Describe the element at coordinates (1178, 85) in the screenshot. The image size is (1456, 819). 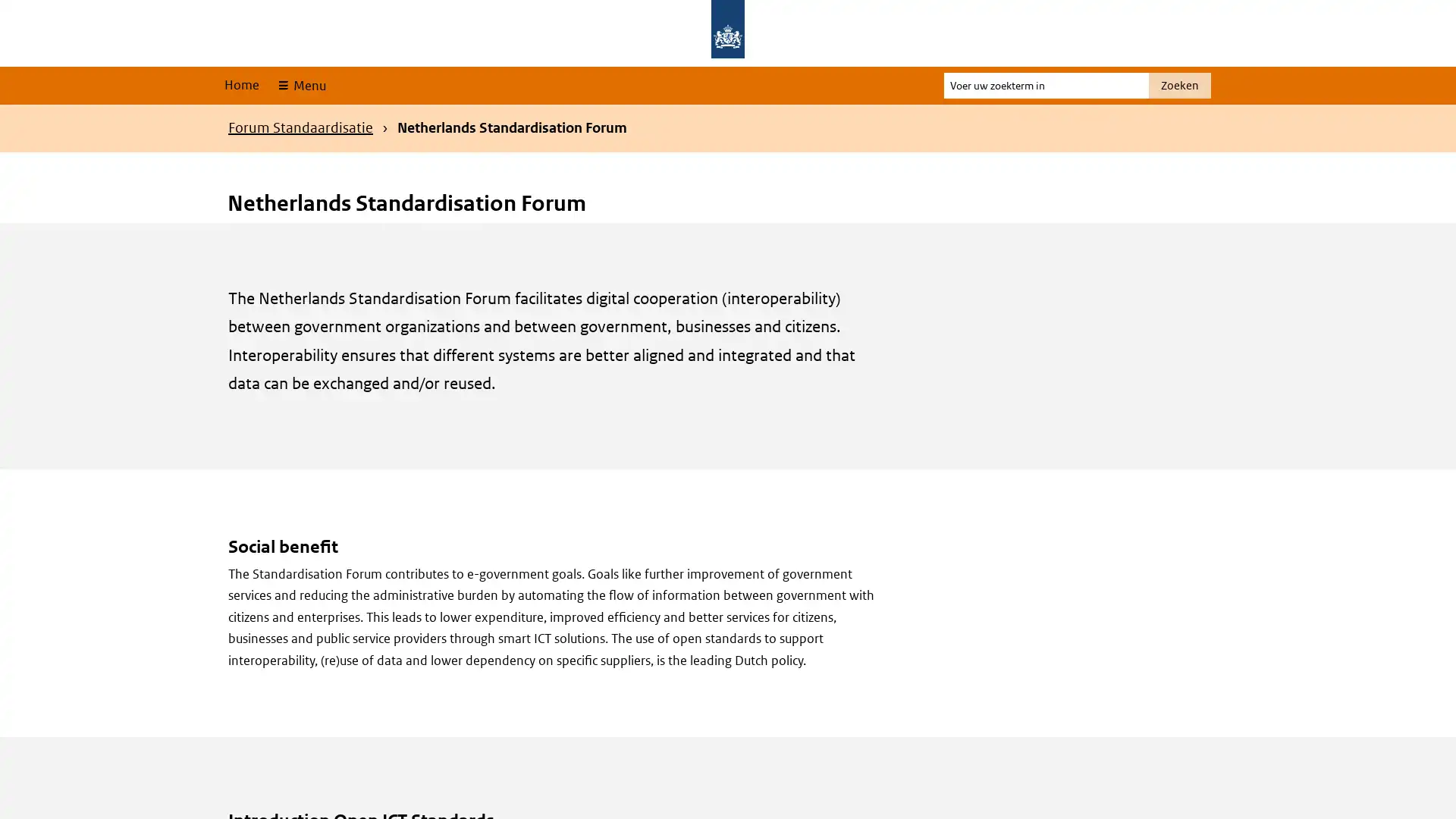
I see `Zoeken` at that location.